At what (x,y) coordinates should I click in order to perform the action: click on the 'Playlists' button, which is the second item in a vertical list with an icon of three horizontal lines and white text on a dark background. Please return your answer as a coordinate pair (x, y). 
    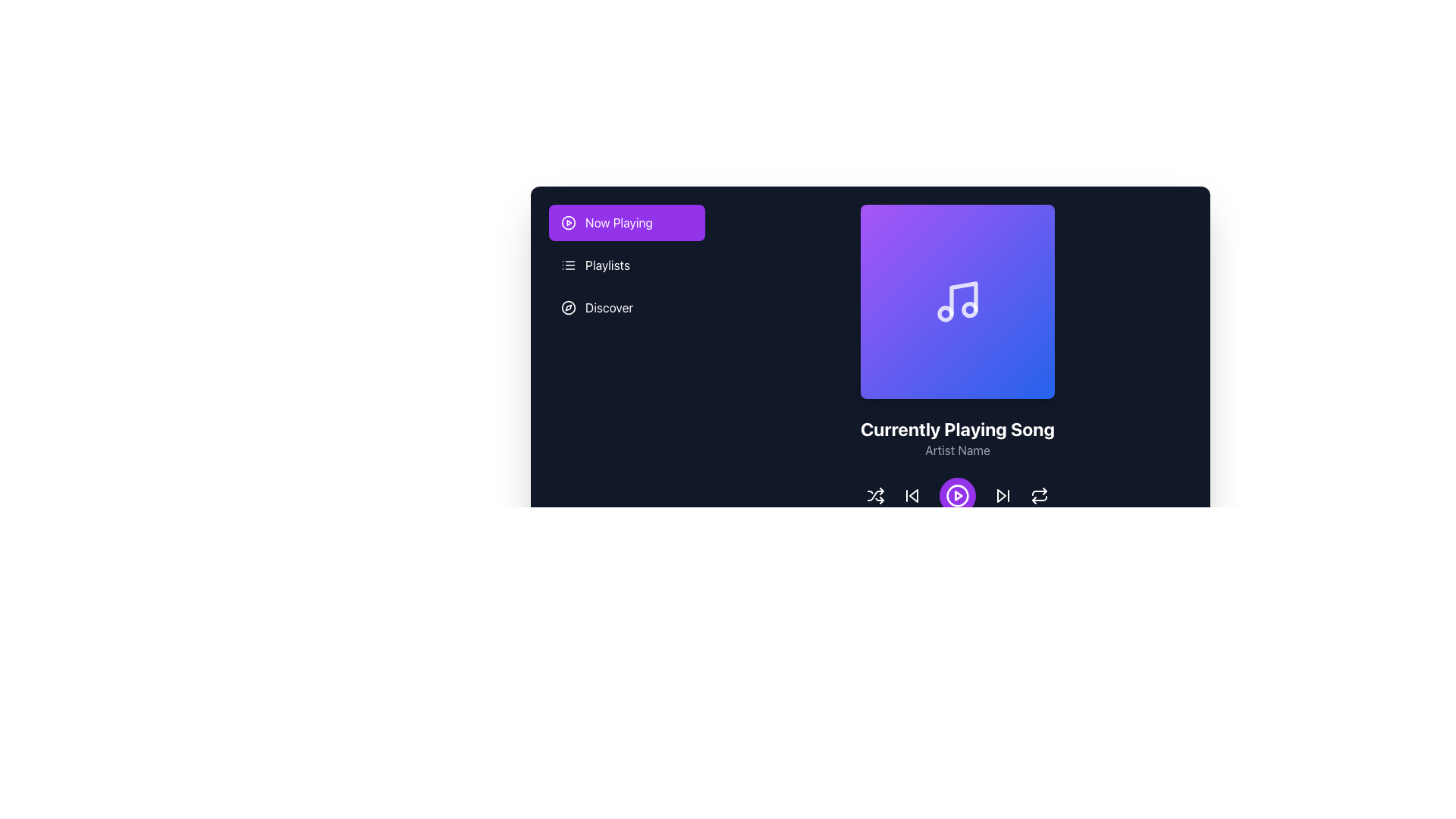
    Looking at the image, I should click on (626, 265).